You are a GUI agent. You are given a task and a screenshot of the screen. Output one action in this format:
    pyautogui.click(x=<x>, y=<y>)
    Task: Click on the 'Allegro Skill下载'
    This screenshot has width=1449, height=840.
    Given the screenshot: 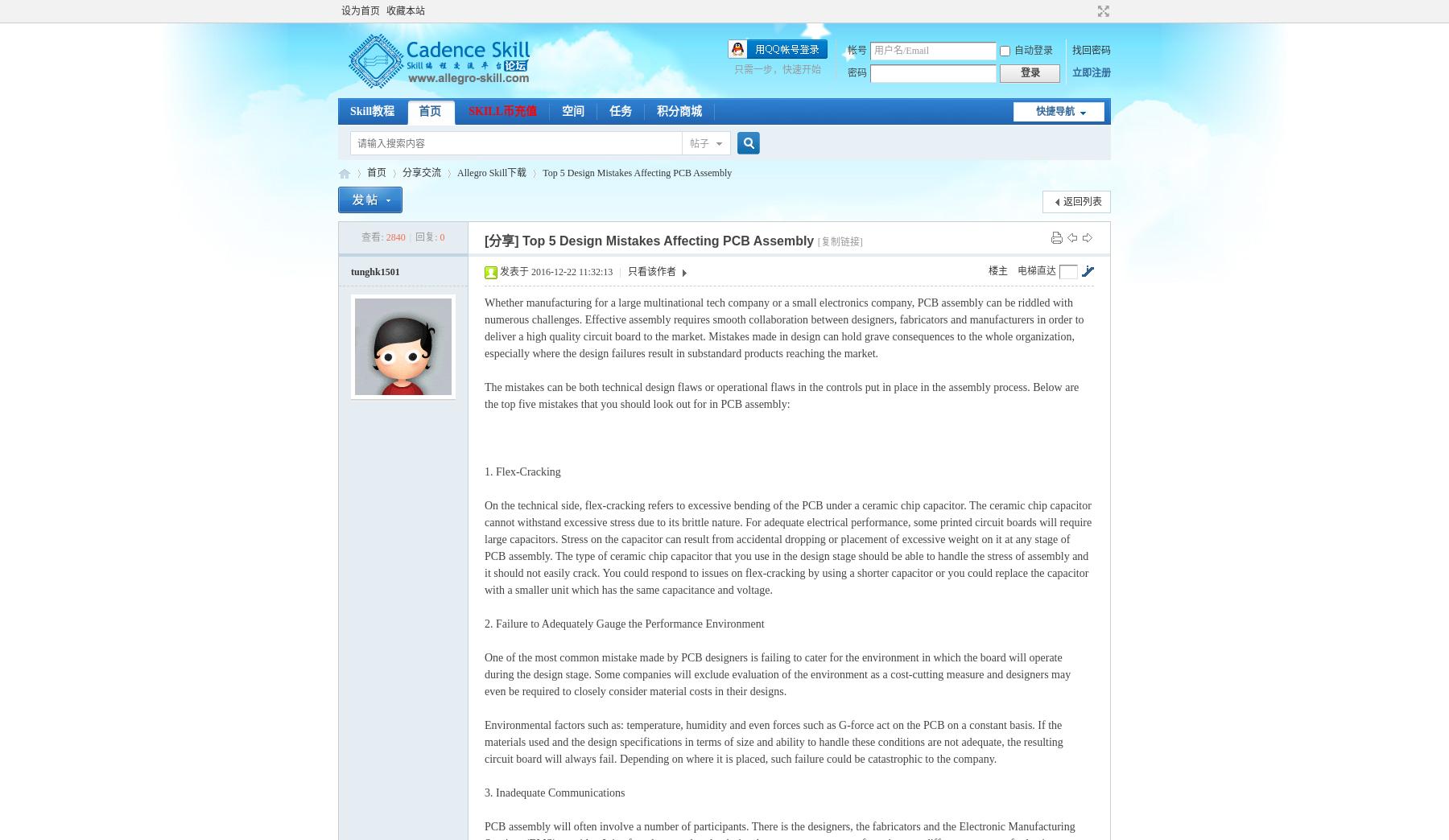 What is the action you would take?
    pyautogui.click(x=491, y=172)
    